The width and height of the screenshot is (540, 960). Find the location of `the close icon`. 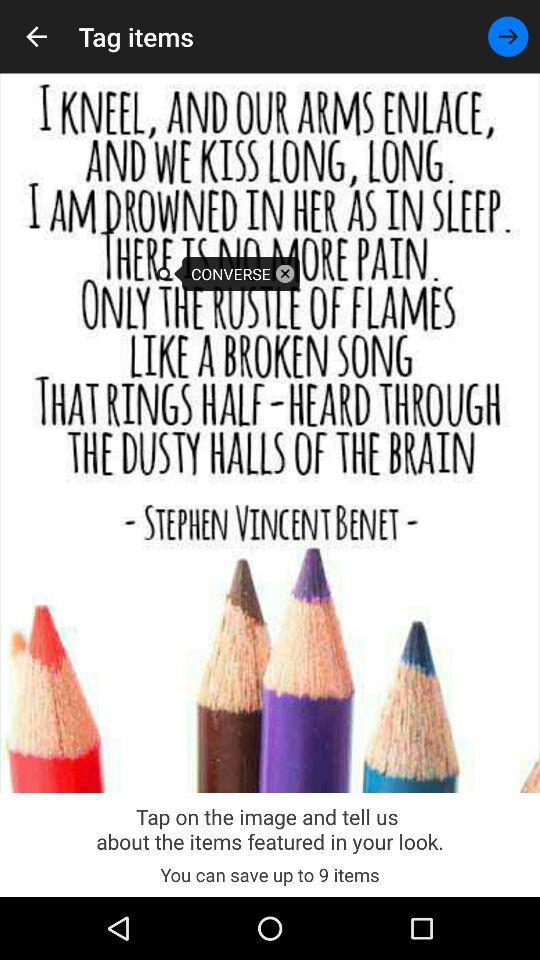

the close icon is located at coordinates (284, 272).